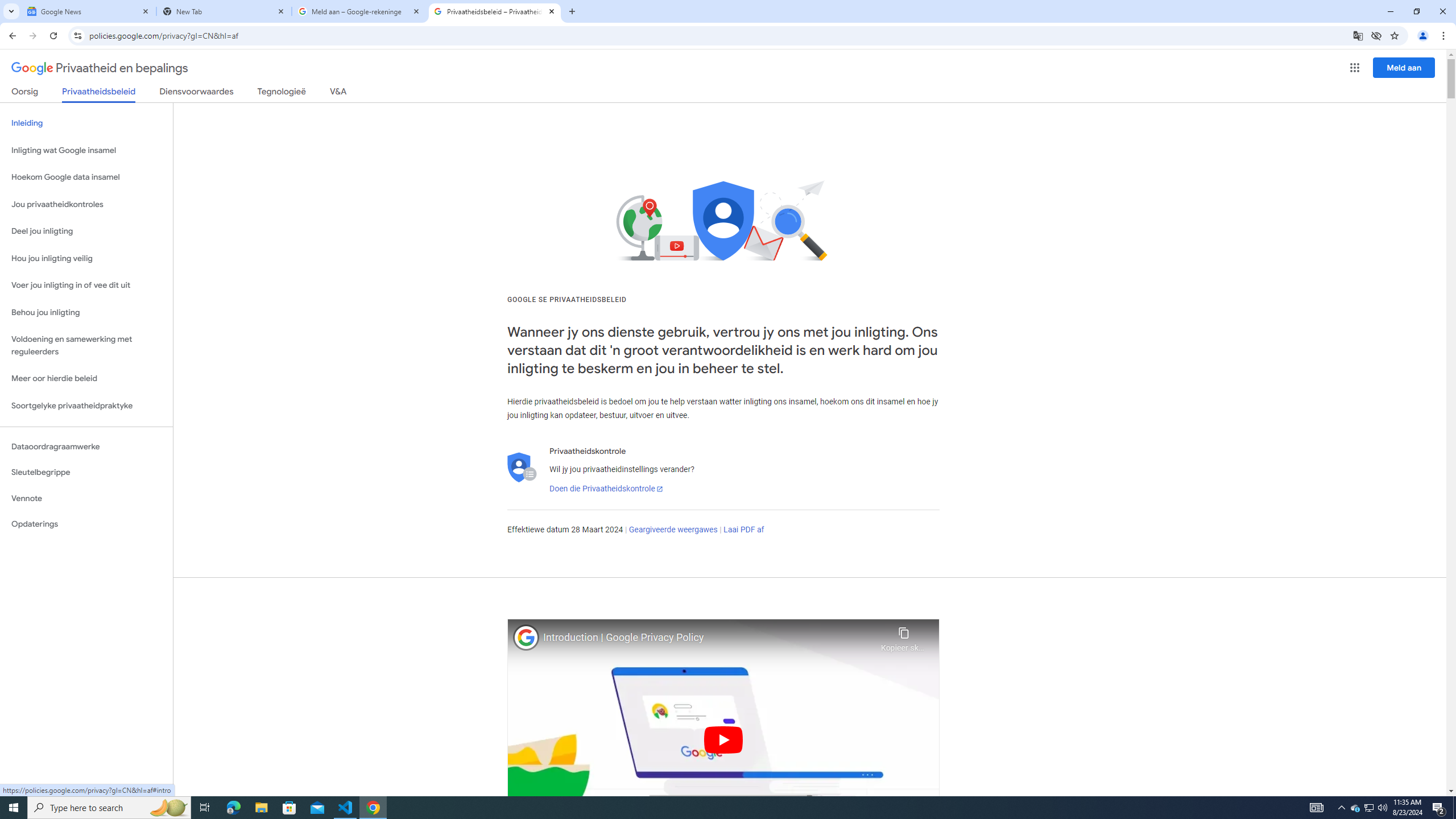 Image resolution: width=1456 pixels, height=819 pixels. I want to click on 'Soortgelyke privaatheidpraktyke', so click(86, 405).